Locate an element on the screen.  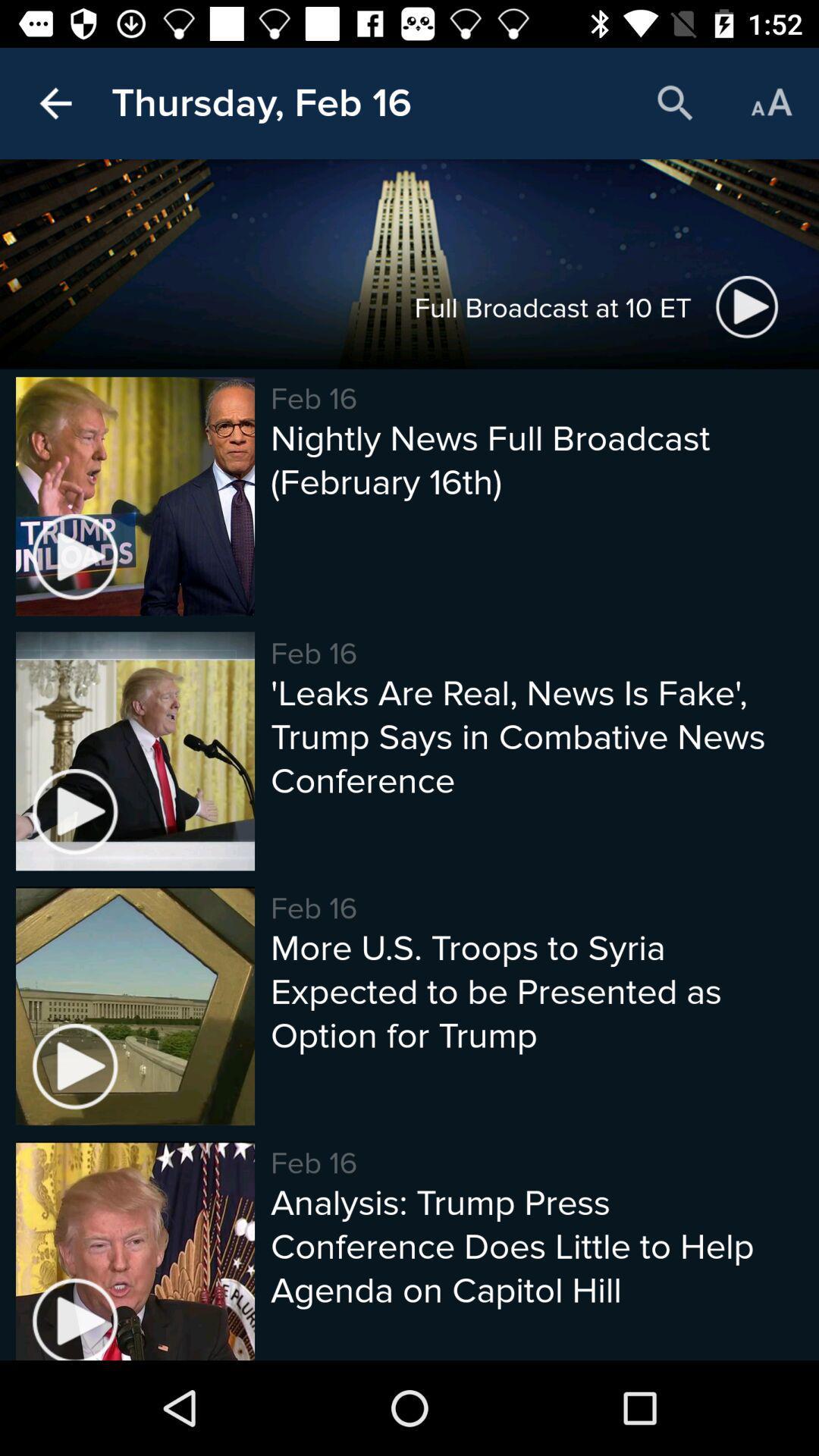
the thursday, feb 16 is located at coordinates (260, 102).